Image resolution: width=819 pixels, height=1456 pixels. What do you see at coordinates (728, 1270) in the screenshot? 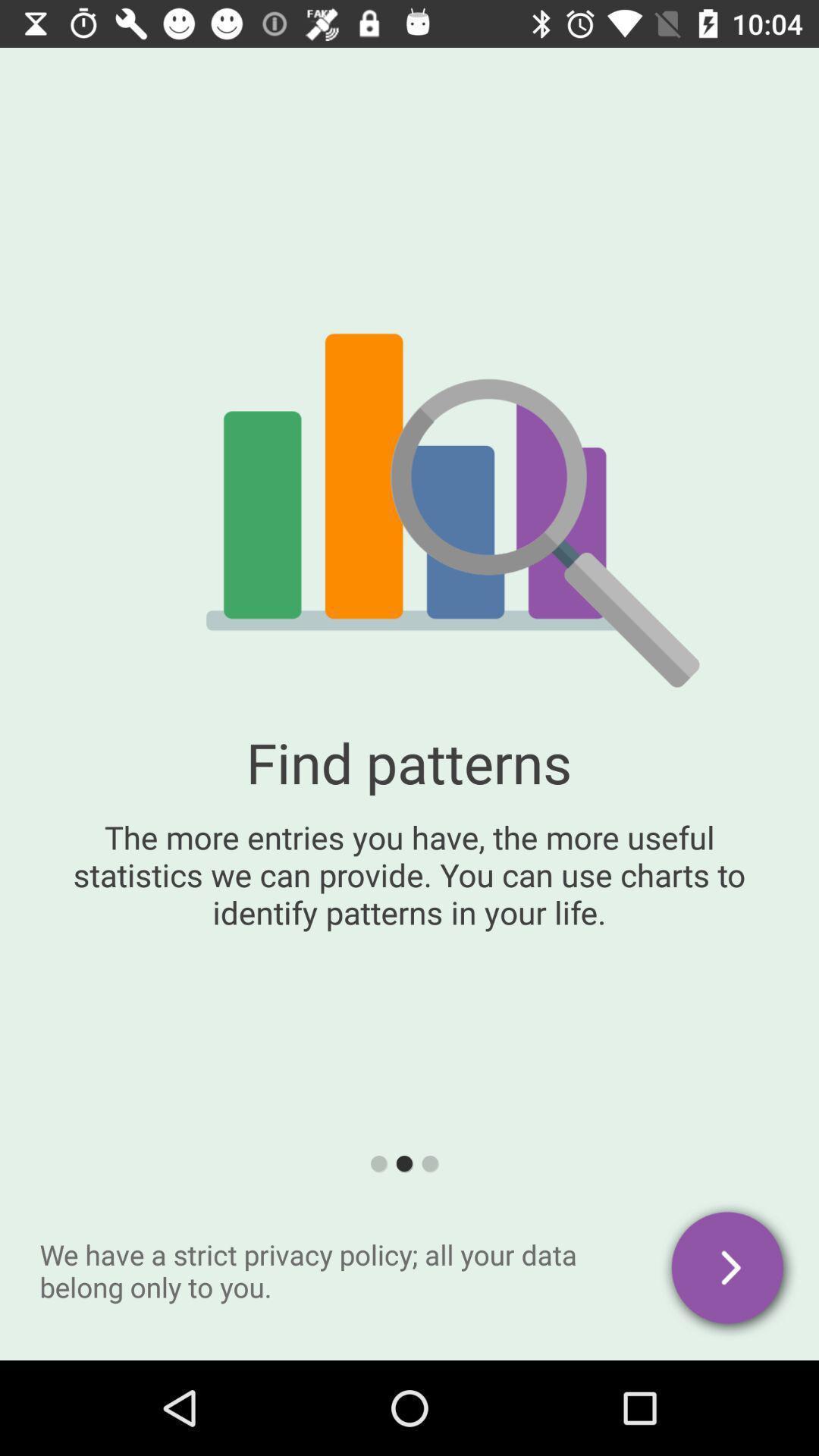
I see `read privacy policy` at bounding box center [728, 1270].